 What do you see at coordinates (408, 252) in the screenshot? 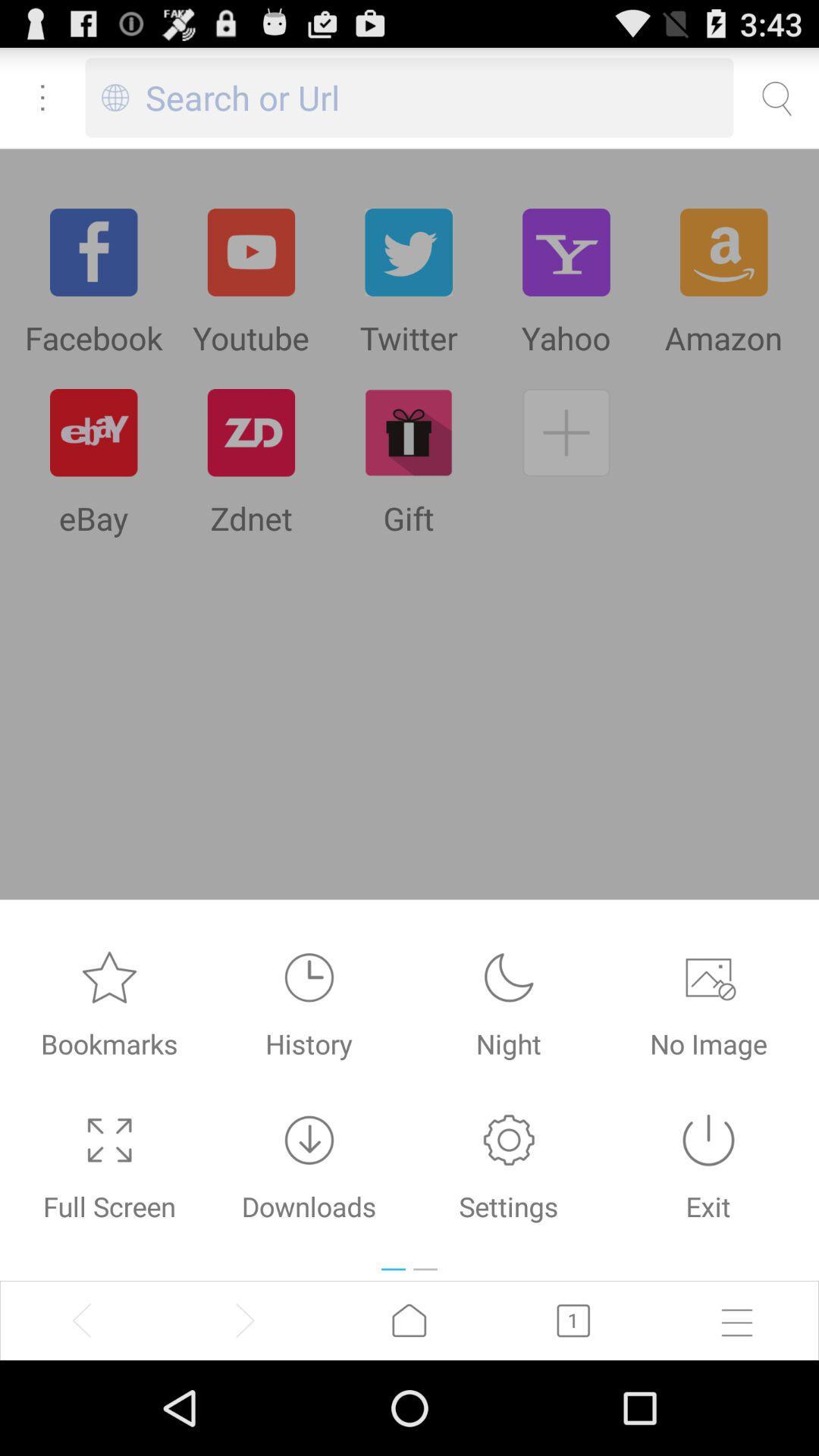
I see `the twitter website image option` at bounding box center [408, 252].